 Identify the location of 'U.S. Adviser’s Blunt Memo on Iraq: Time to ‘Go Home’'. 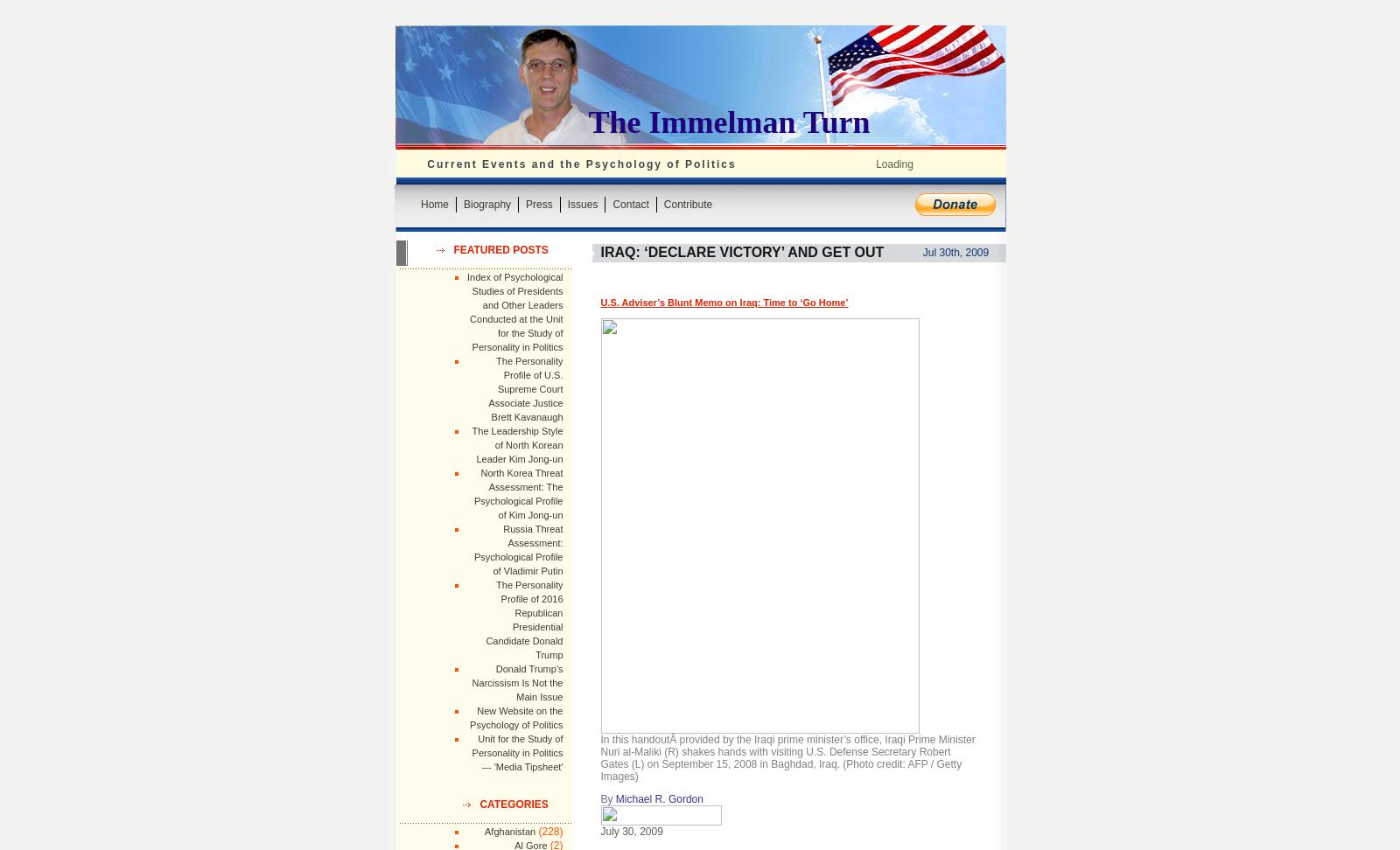
(723, 302).